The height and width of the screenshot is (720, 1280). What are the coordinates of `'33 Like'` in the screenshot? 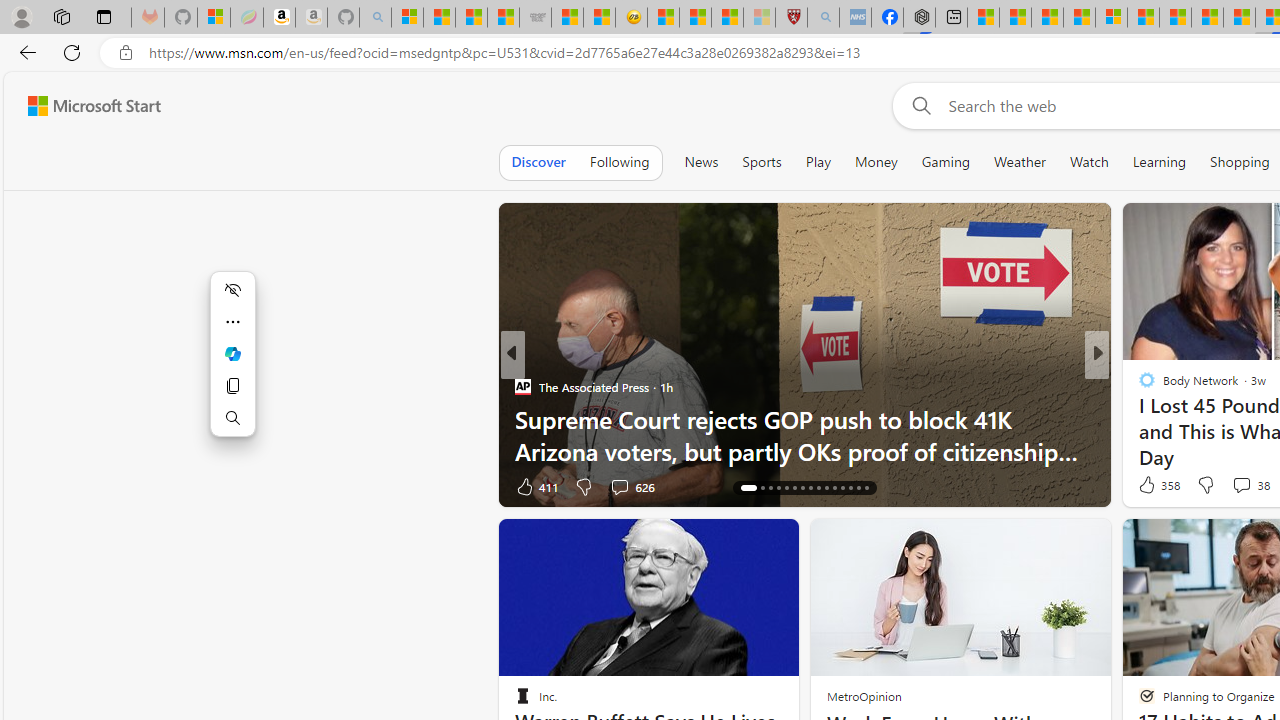 It's located at (1149, 486).